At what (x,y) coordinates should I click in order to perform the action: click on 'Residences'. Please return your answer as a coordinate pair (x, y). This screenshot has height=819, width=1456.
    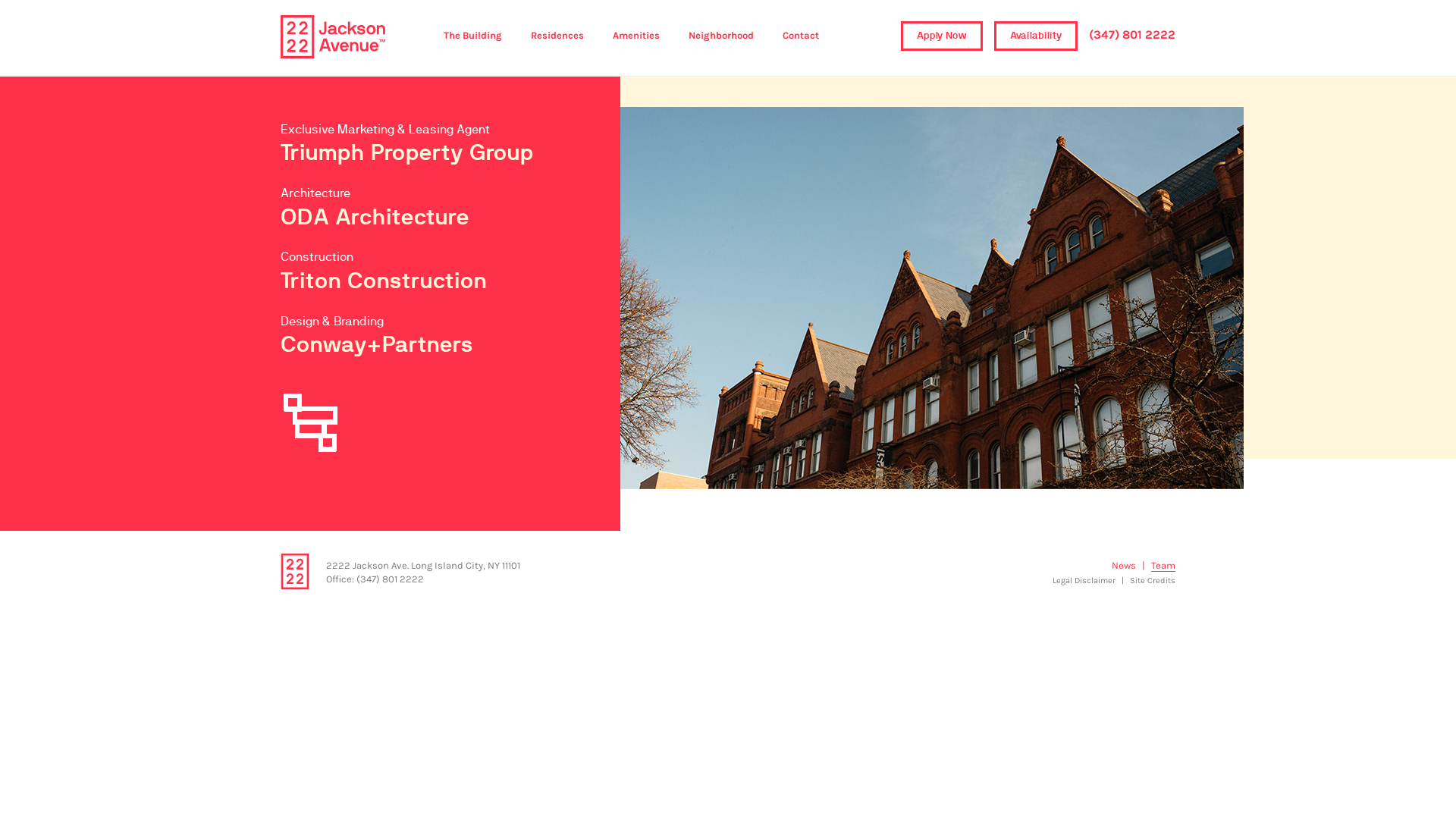
    Looking at the image, I should click on (556, 34).